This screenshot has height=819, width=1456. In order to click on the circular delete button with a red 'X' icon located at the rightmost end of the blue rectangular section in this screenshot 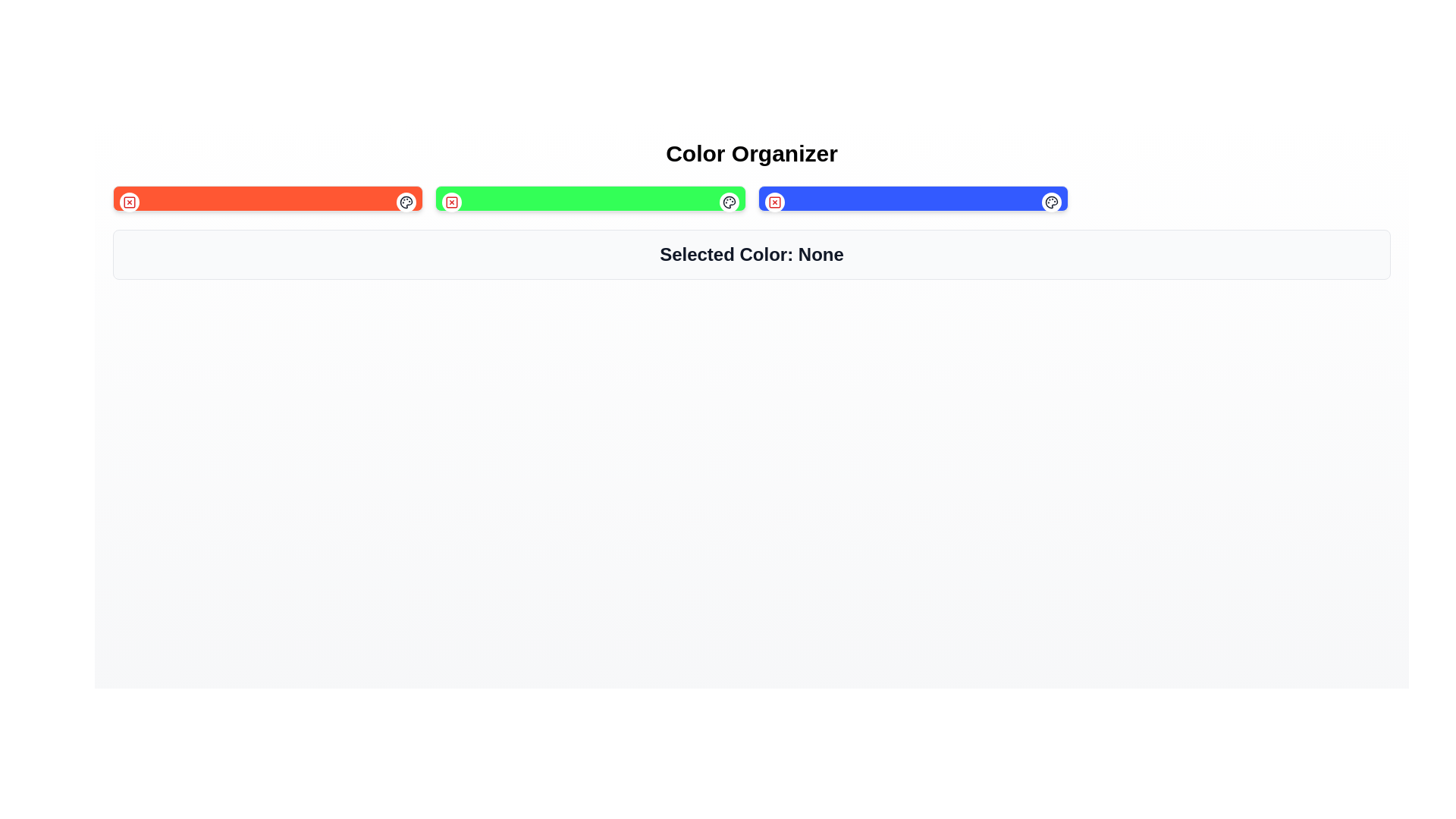, I will do `click(774, 201)`.